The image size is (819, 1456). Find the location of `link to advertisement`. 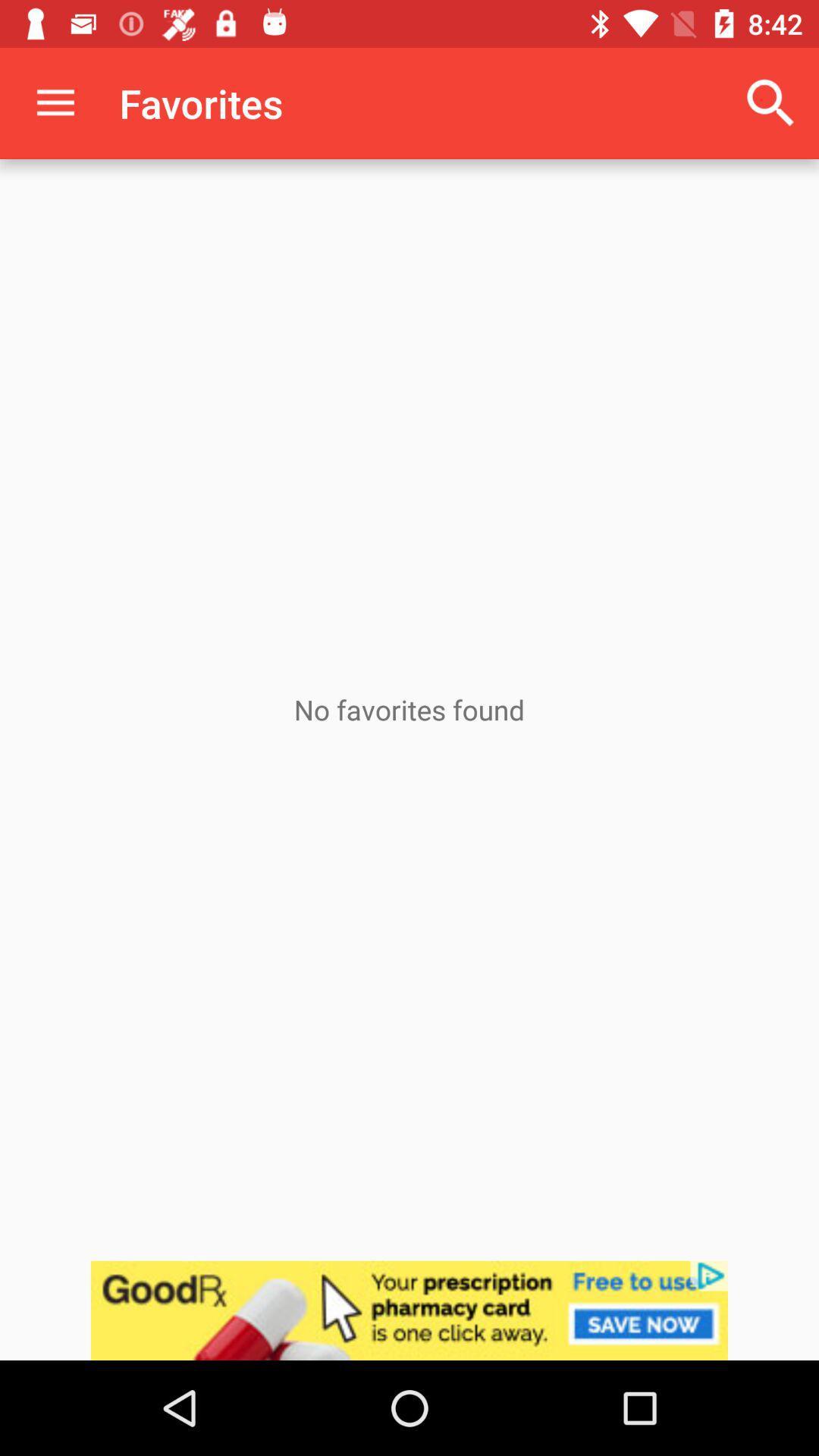

link to advertisement is located at coordinates (409, 1310).